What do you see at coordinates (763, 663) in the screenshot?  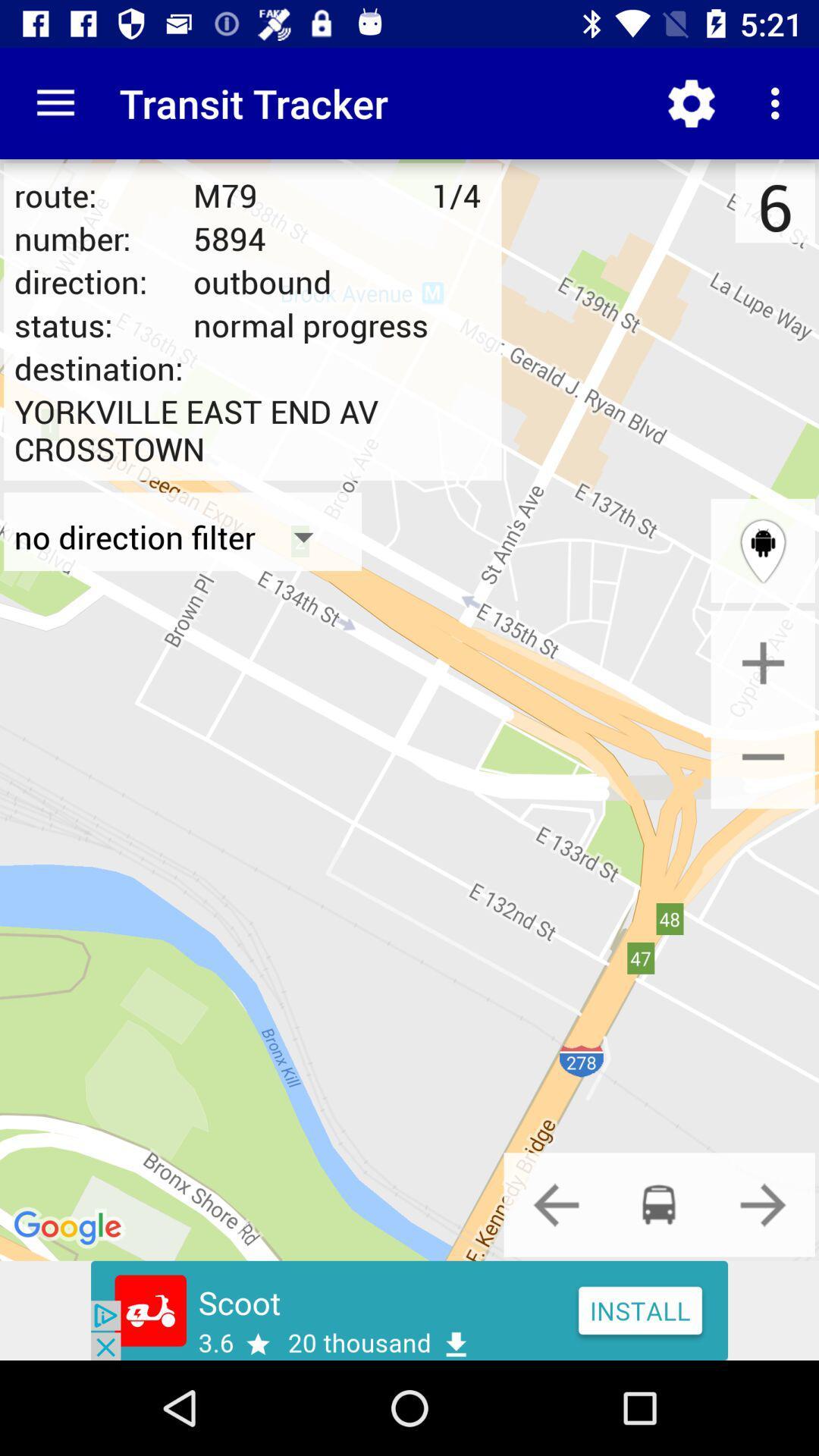 I see `the add icon` at bounding box center [763, 663].